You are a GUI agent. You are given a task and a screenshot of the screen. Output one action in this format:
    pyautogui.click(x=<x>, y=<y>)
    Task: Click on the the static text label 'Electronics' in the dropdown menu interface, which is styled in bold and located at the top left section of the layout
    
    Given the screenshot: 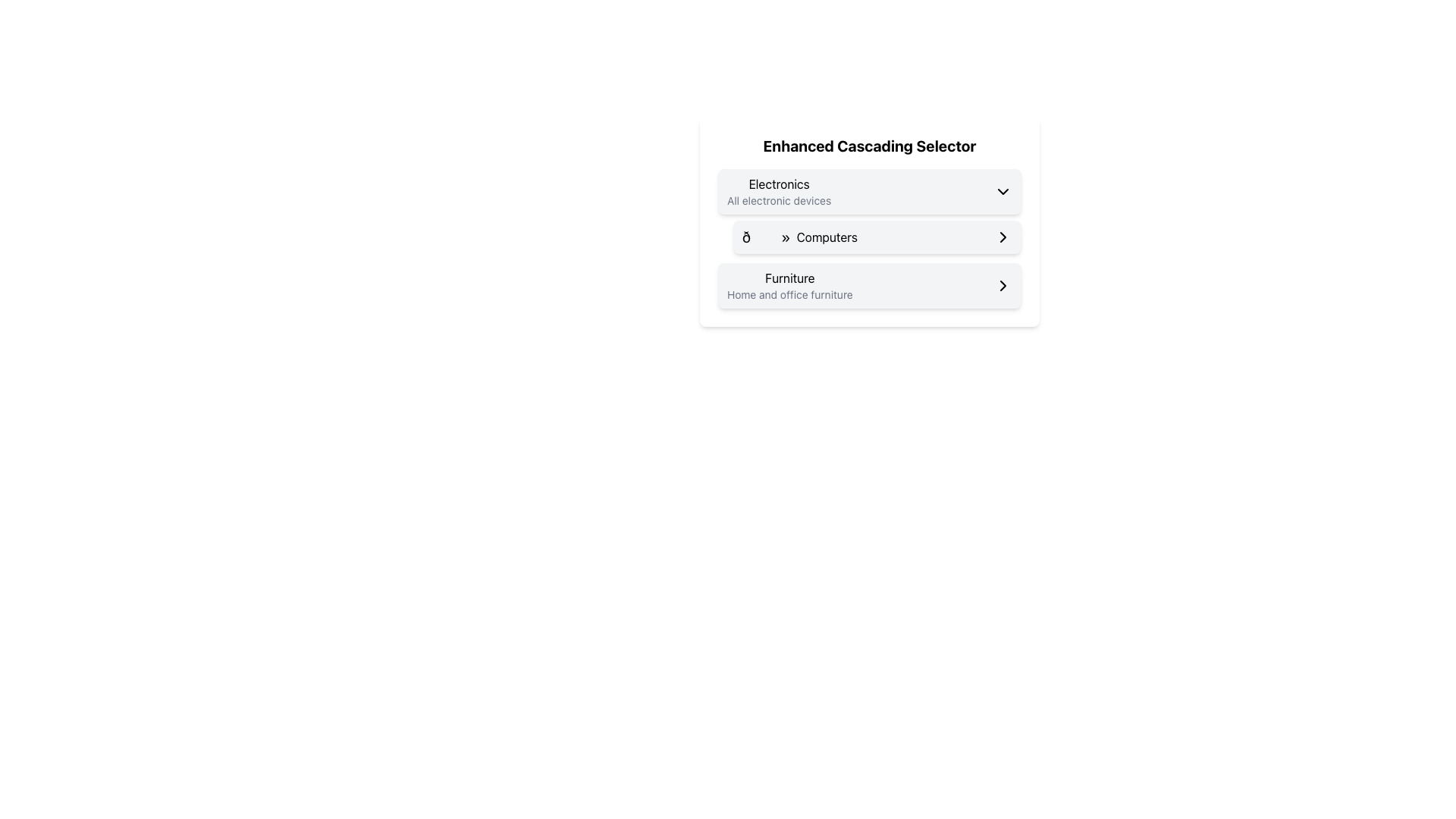 What is the action you would take?
    pyautogui.click(x=779, y=184)
    